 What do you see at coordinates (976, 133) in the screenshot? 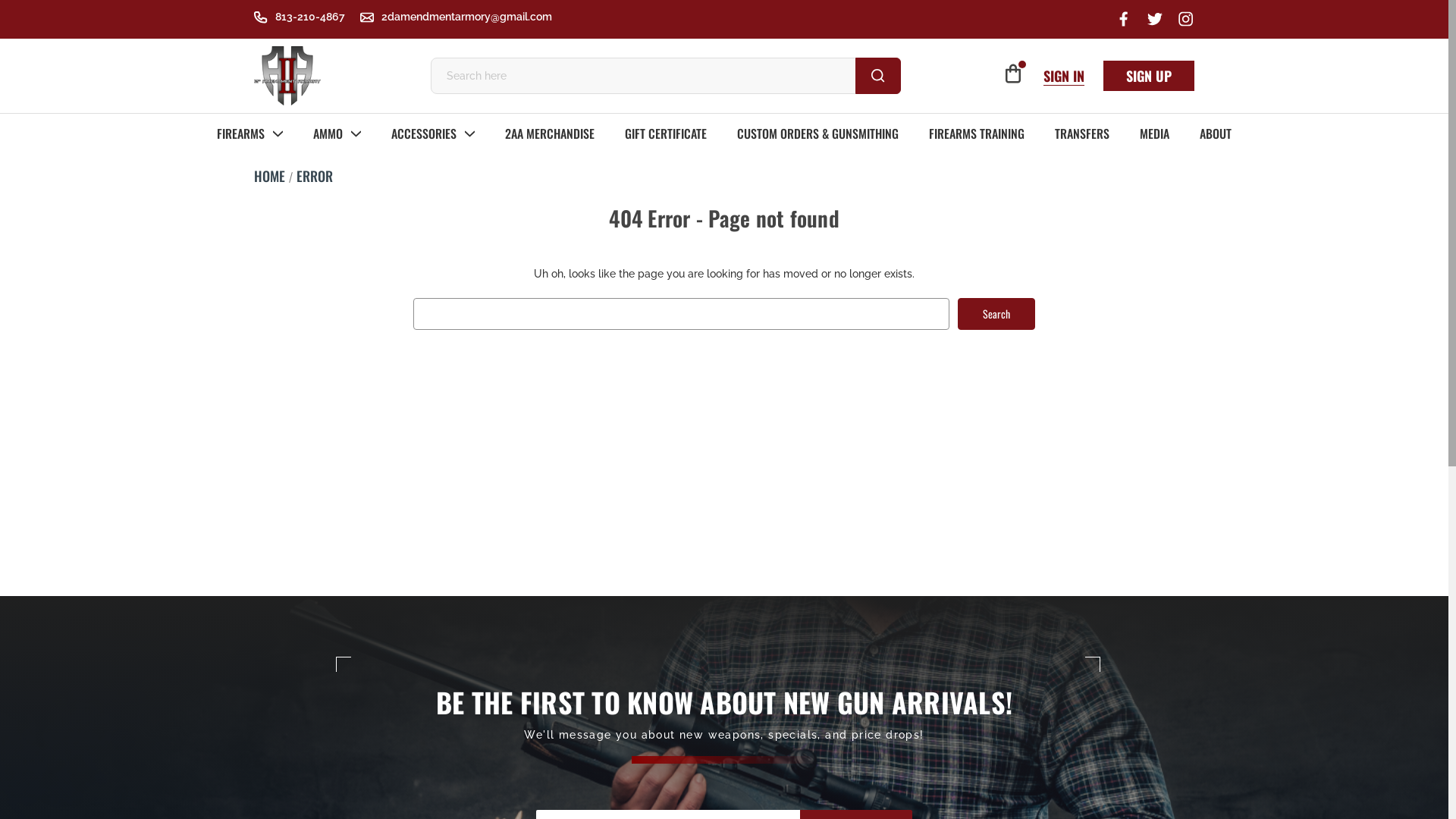
I see `'FIREARMS TRAINING'` at bounding box center [976, 133].